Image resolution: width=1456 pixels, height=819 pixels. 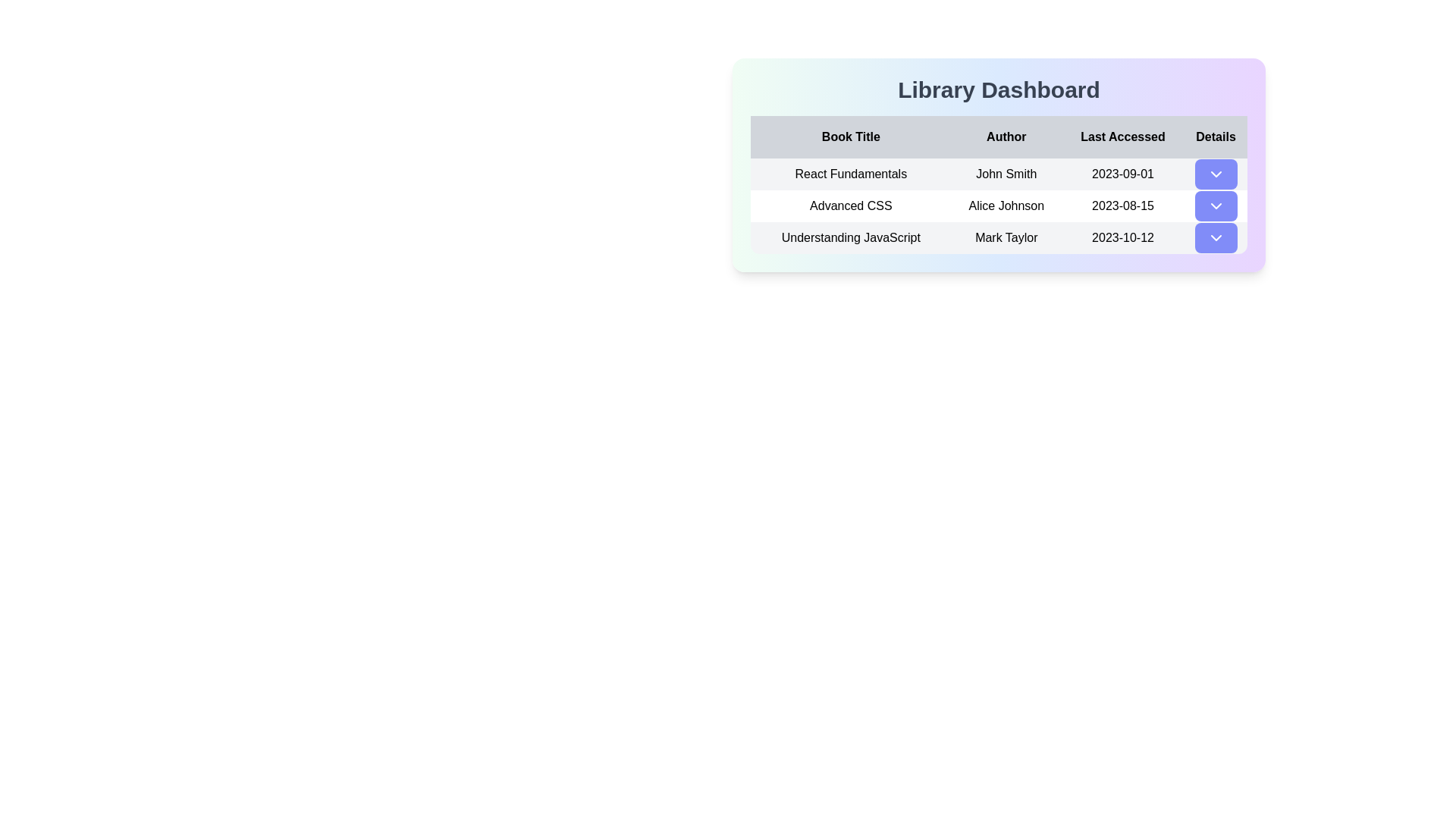 What do you see at coordinates (1123, 174) in the screenshot?
I see `the text display showing the date '2023-09-01' in the 'Last Accessed' column of the table` at bounding box center [1123, 174].